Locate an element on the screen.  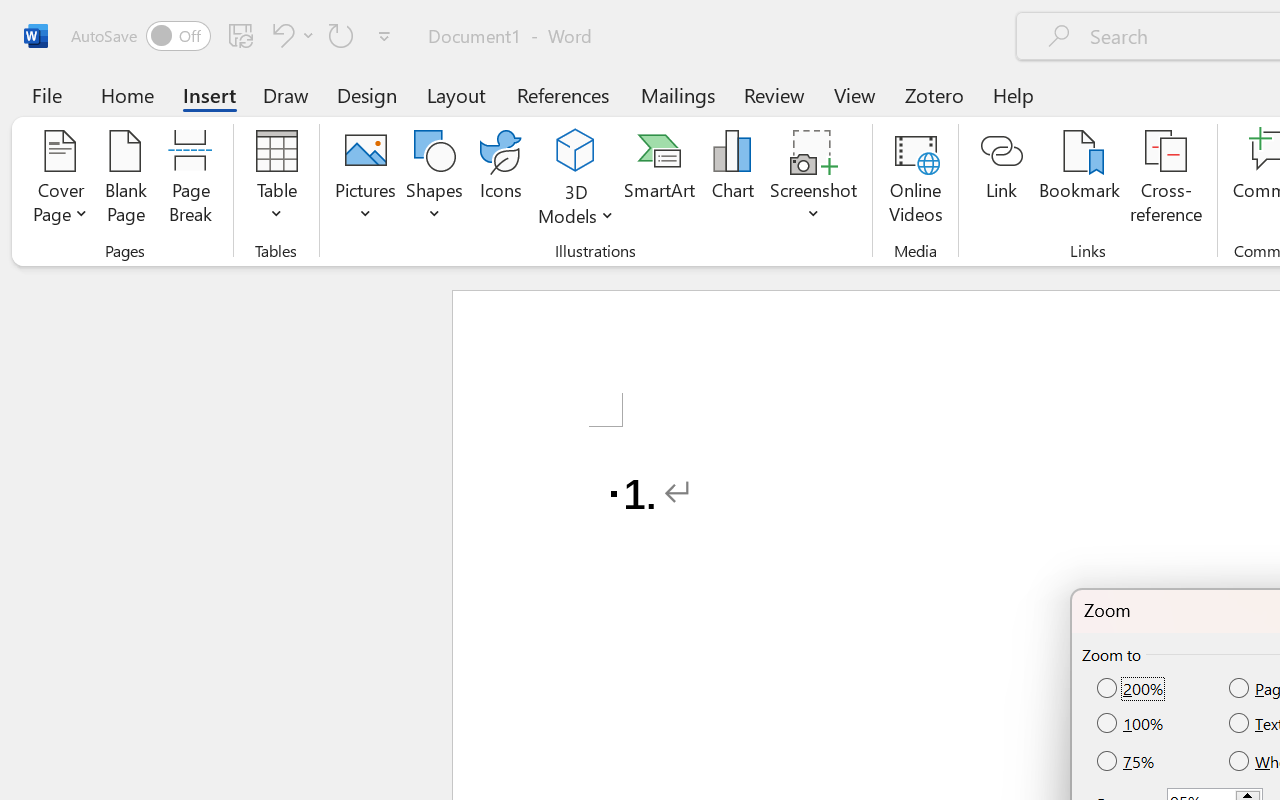
'Table' is located at coordinates (276, 179).